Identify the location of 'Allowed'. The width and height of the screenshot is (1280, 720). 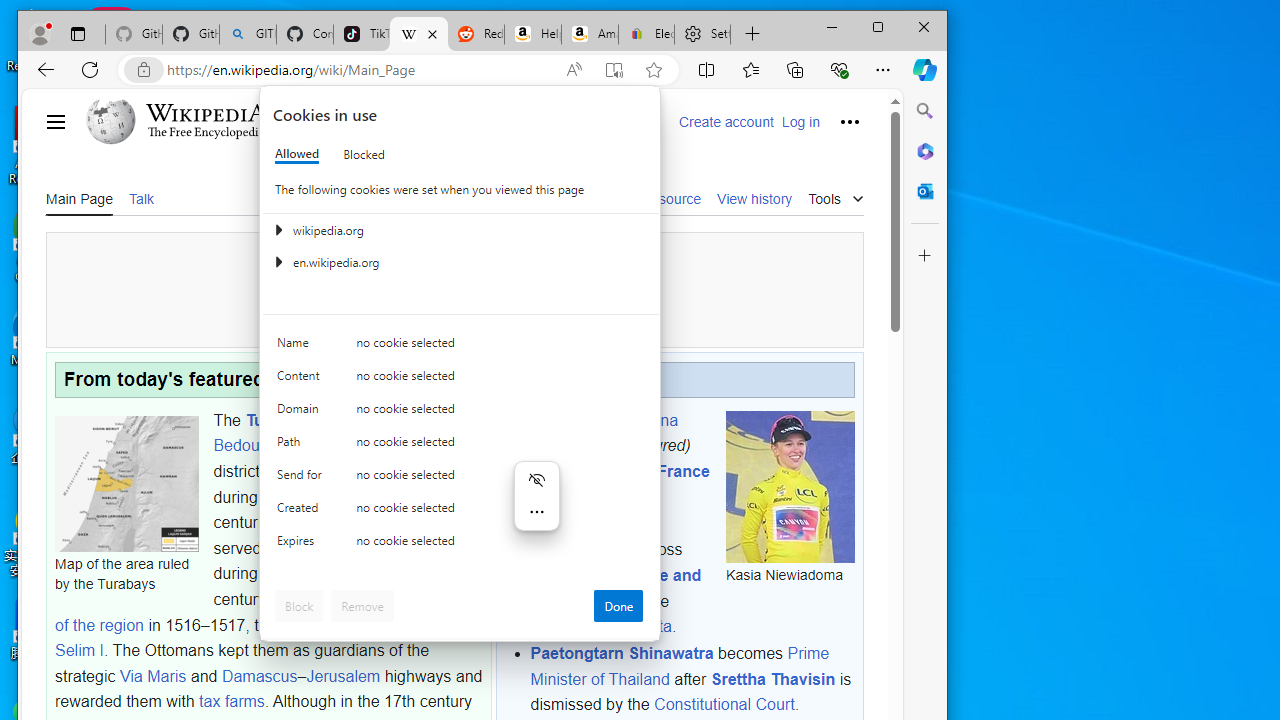
(295, 153).